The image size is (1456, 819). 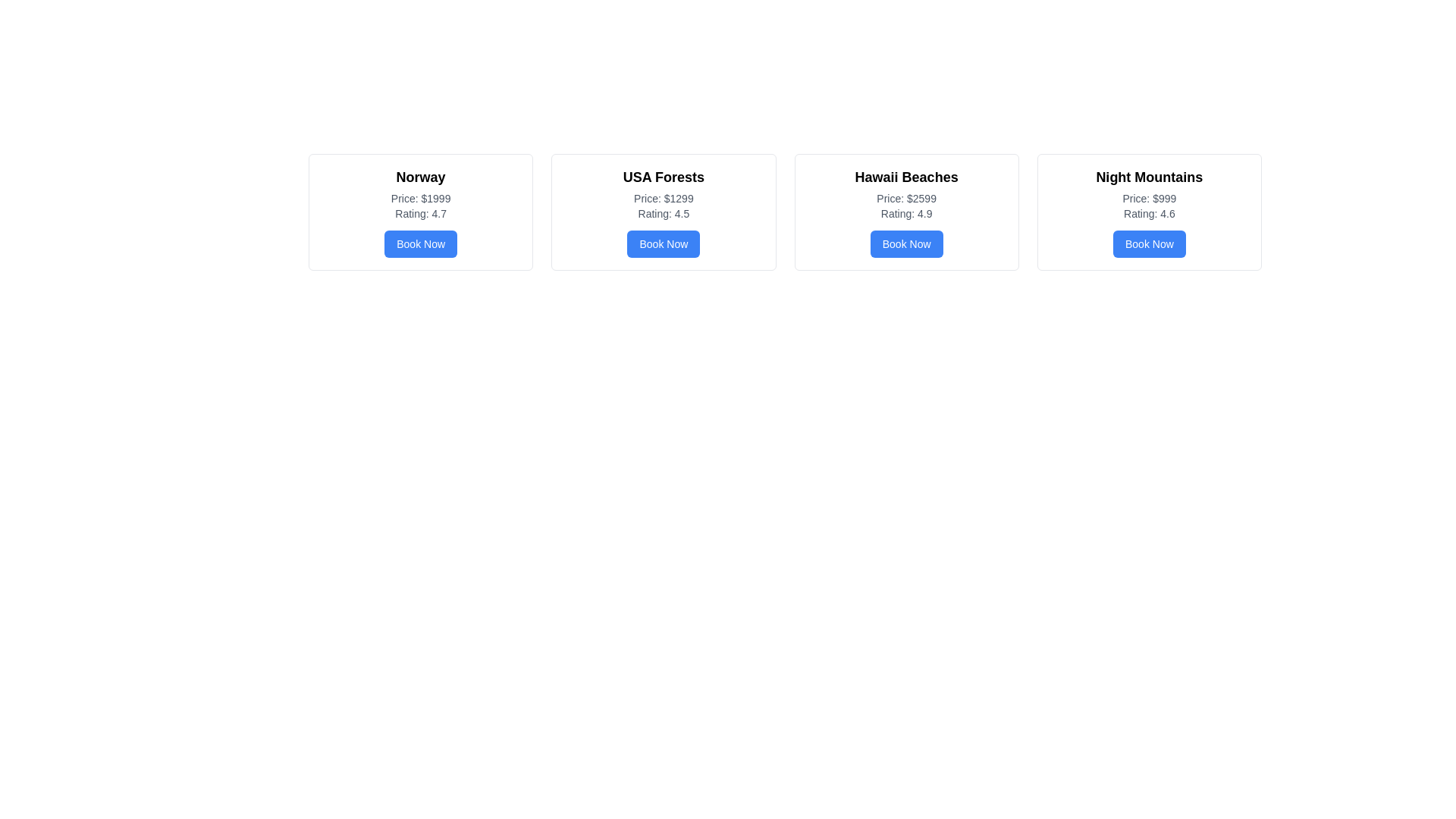 What do you see at coordinates (421, 212) in the screenshot?
I see `details displayed on the booking selection card for Norway, which is located at the top-left corner of the grid layout` at bounding box center [421, 212].